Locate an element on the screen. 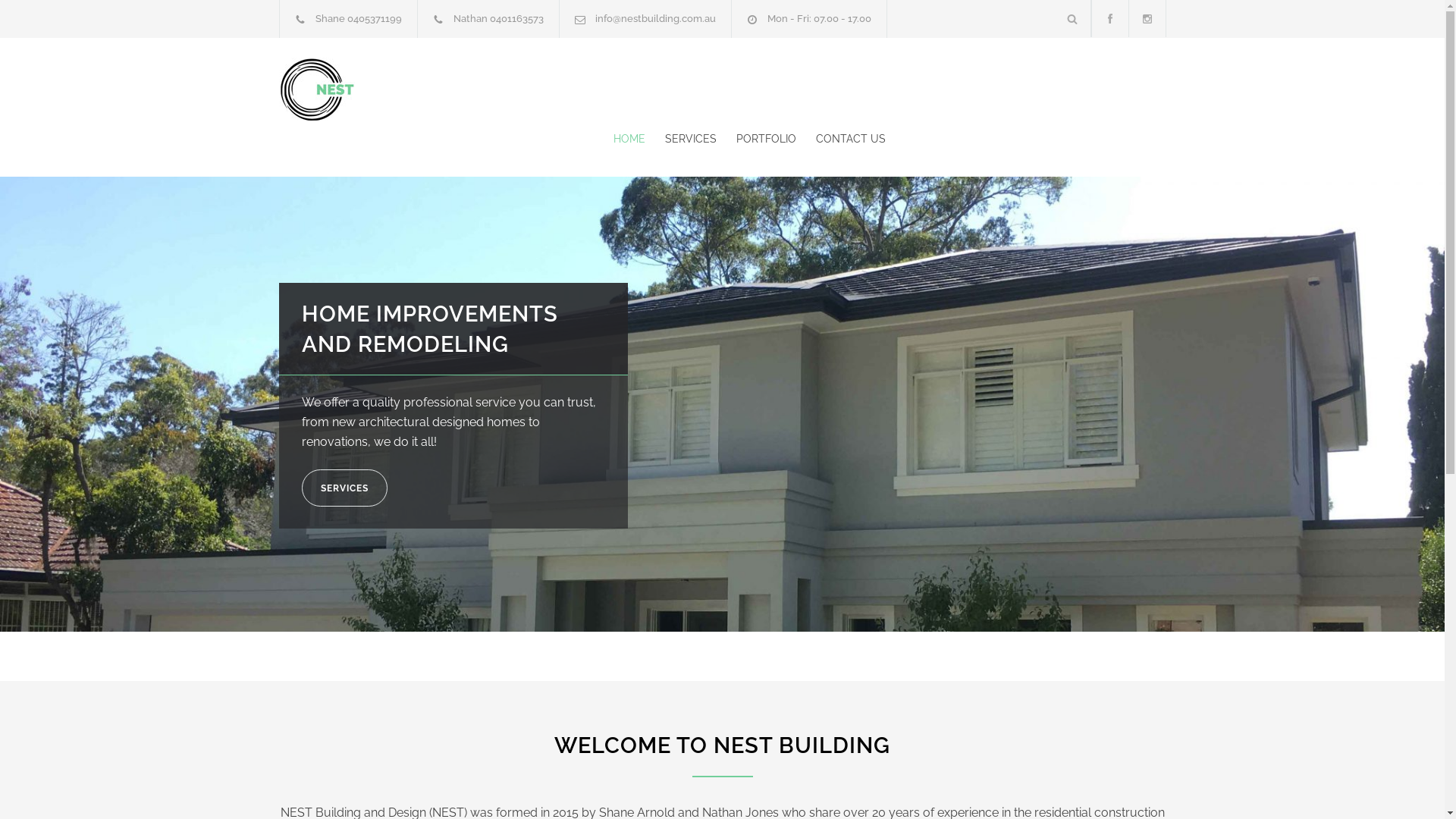 The height and width of the screenshot is (819, 1456). 'HOME IMPROVEMENTS AND REMODELING' is located at coordinates (428, 328).